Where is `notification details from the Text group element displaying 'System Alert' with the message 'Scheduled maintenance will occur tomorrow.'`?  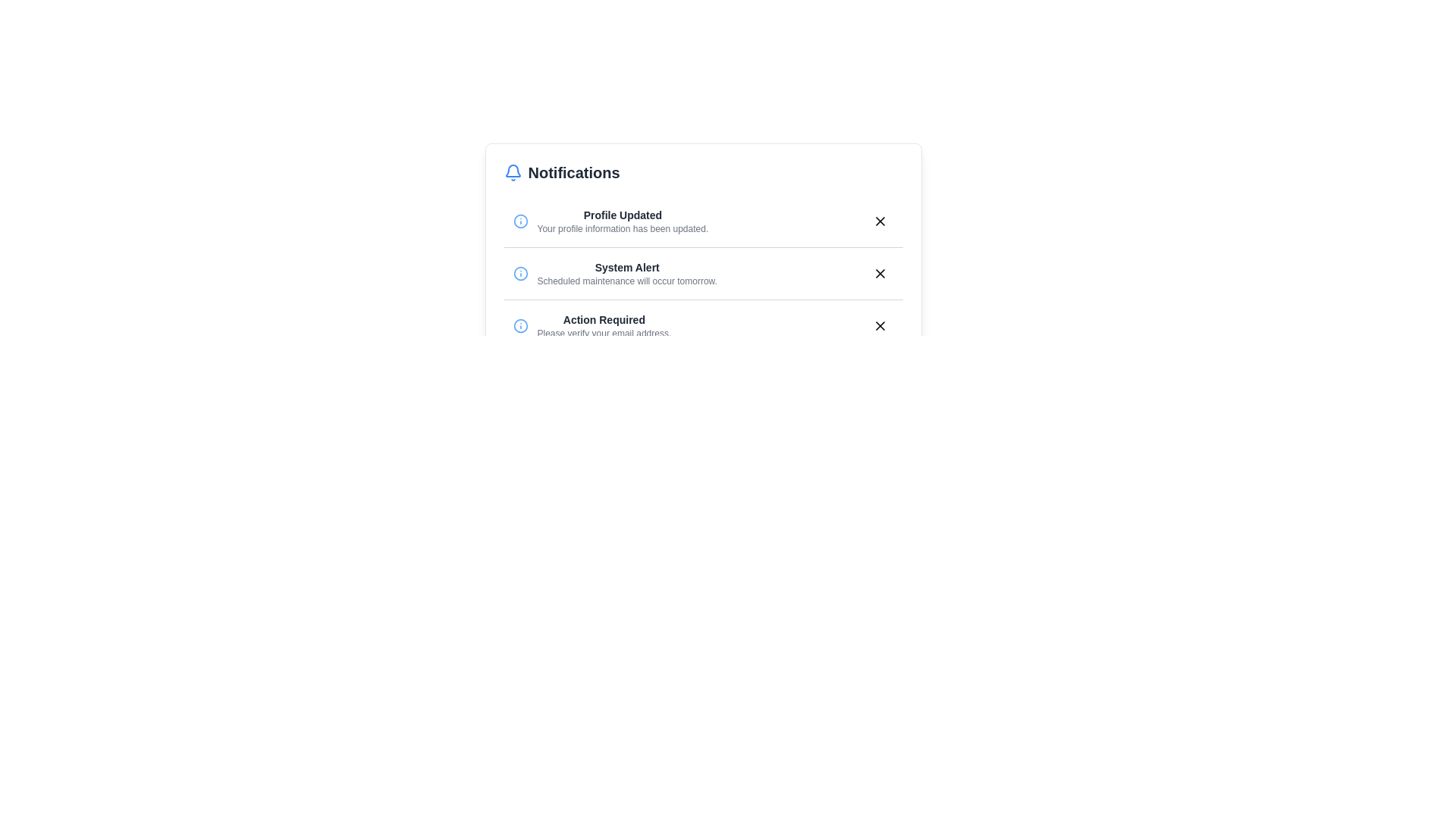
notification details from the Text group element displaying 'System Alert' with the message 'Scheduled maintenance will occur tomorrow.' is located at coordinates (627, 274).